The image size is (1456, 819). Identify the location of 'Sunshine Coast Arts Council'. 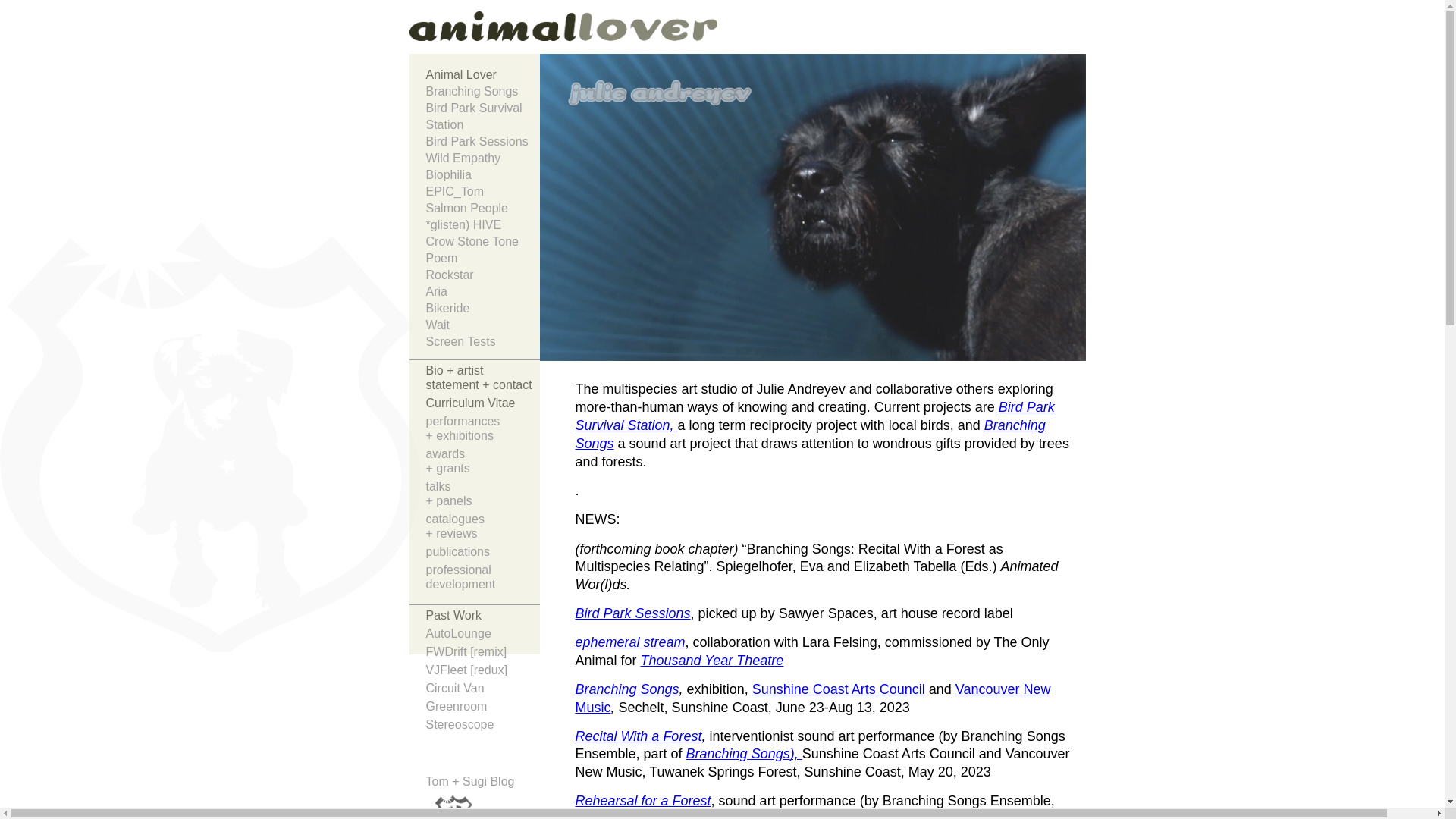
(837, 689).